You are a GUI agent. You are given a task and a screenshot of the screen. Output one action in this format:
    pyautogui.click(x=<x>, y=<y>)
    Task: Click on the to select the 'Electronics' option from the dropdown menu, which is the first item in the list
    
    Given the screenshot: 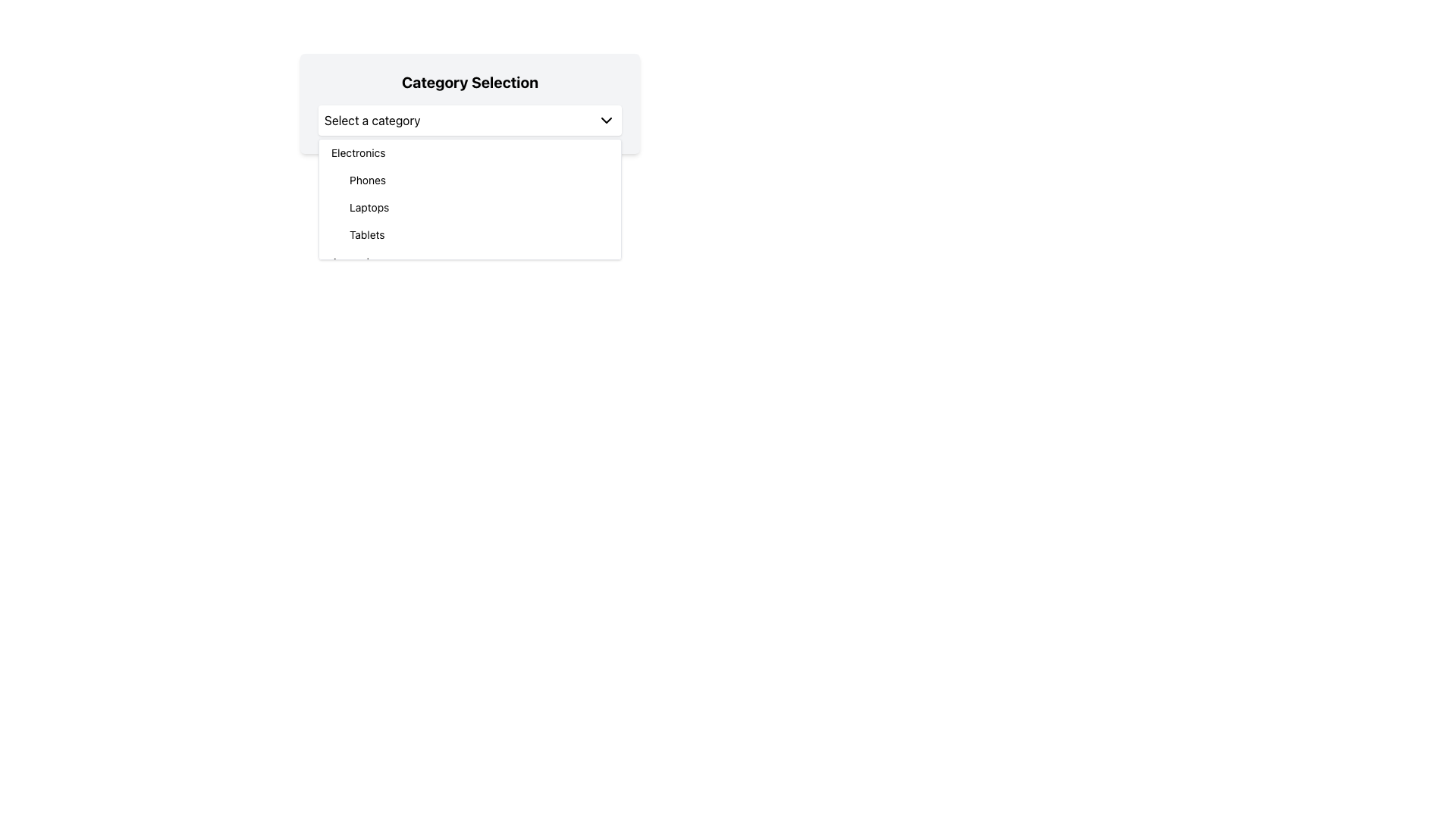 What is the action you would take?
    pyautogui.click(x=469, y=152)
    